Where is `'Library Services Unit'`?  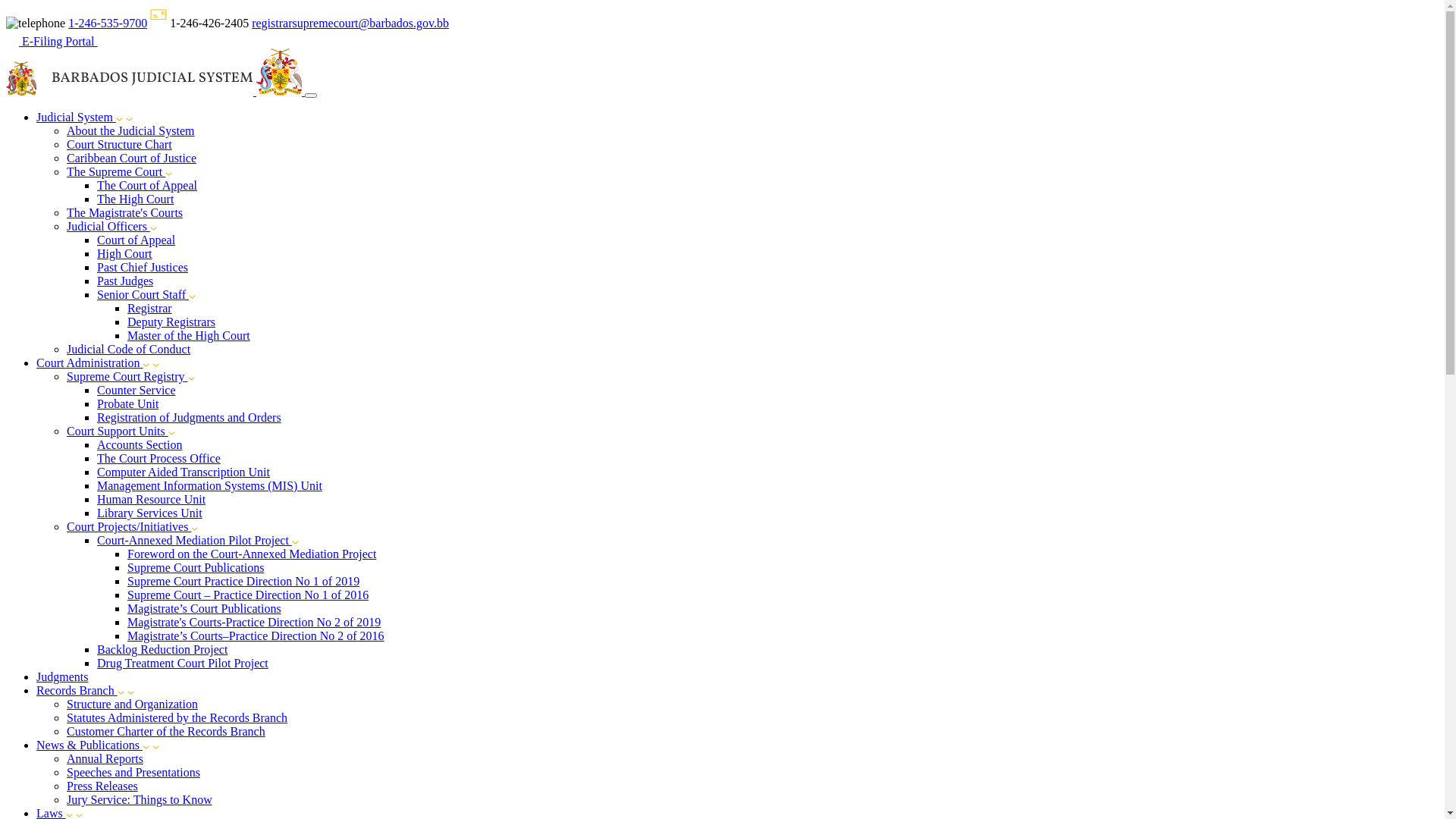 'Library Services Unit' is located at coordinates (149, 512).